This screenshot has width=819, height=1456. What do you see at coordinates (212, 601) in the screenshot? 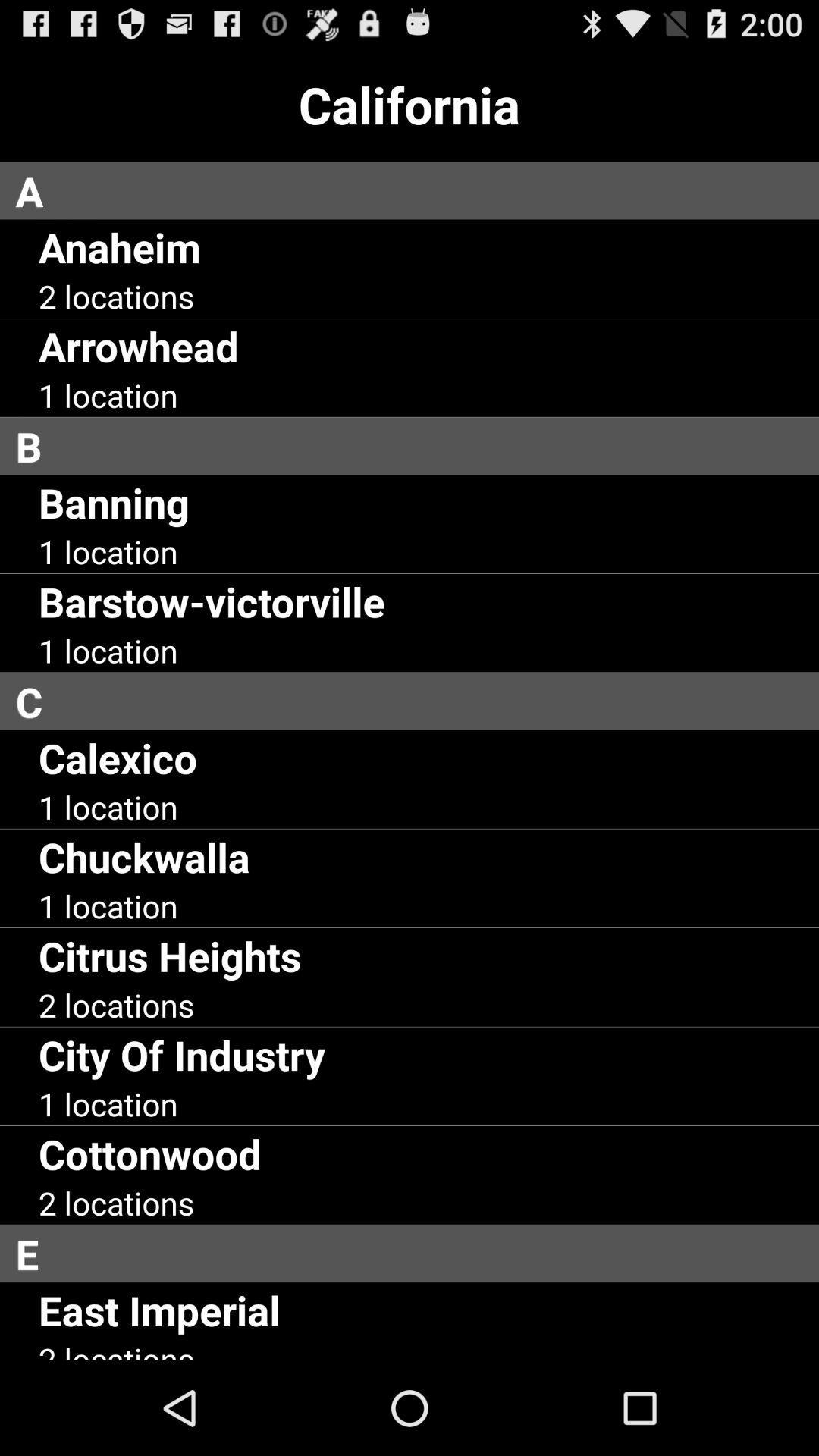
I see `barstow-victorville icon` at bounding box center [212, 601].